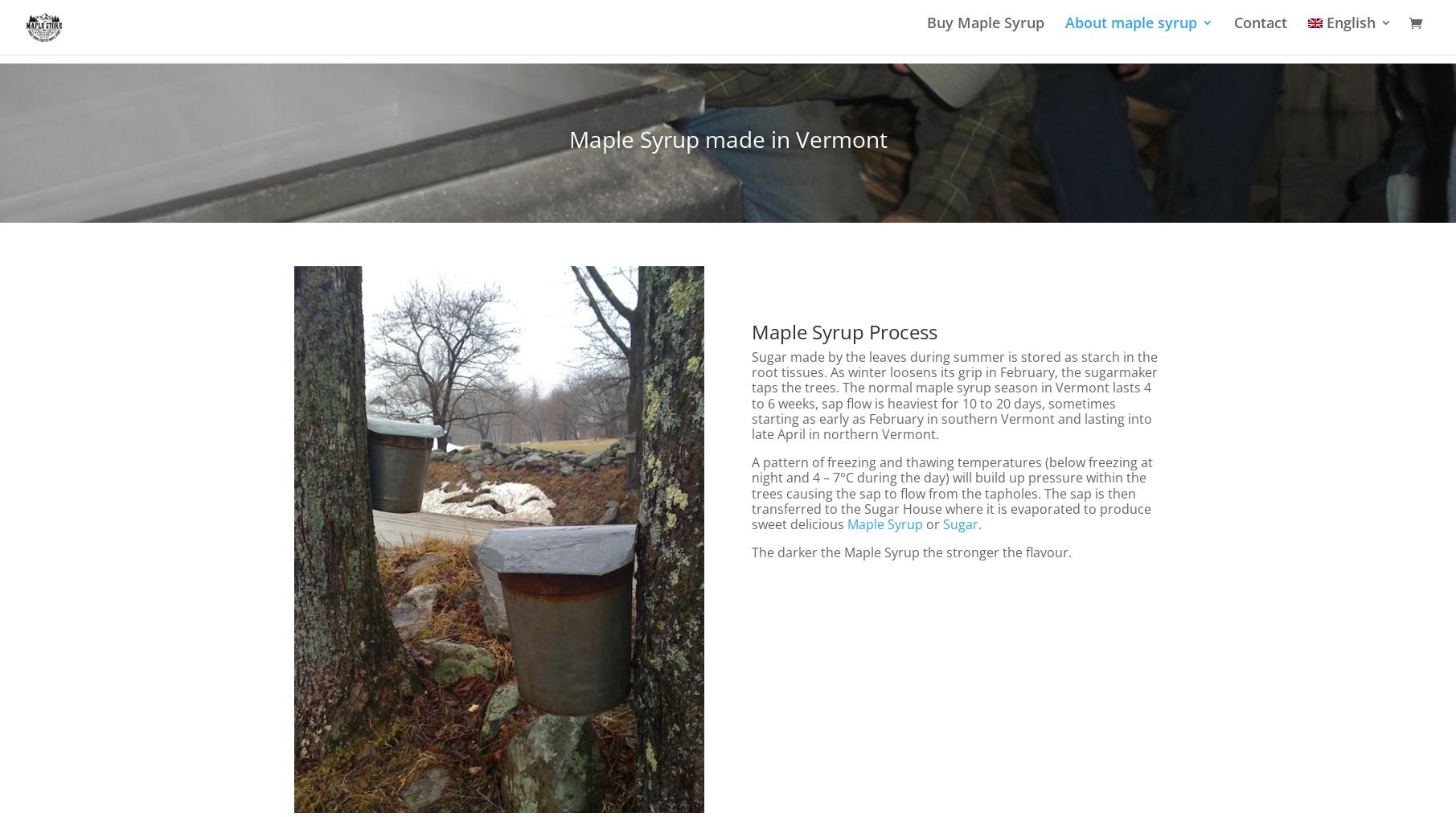 The height and width of the screenshot is (817, 1456). I want to click on 'Buy Maple Syrup', so click(984, 31).